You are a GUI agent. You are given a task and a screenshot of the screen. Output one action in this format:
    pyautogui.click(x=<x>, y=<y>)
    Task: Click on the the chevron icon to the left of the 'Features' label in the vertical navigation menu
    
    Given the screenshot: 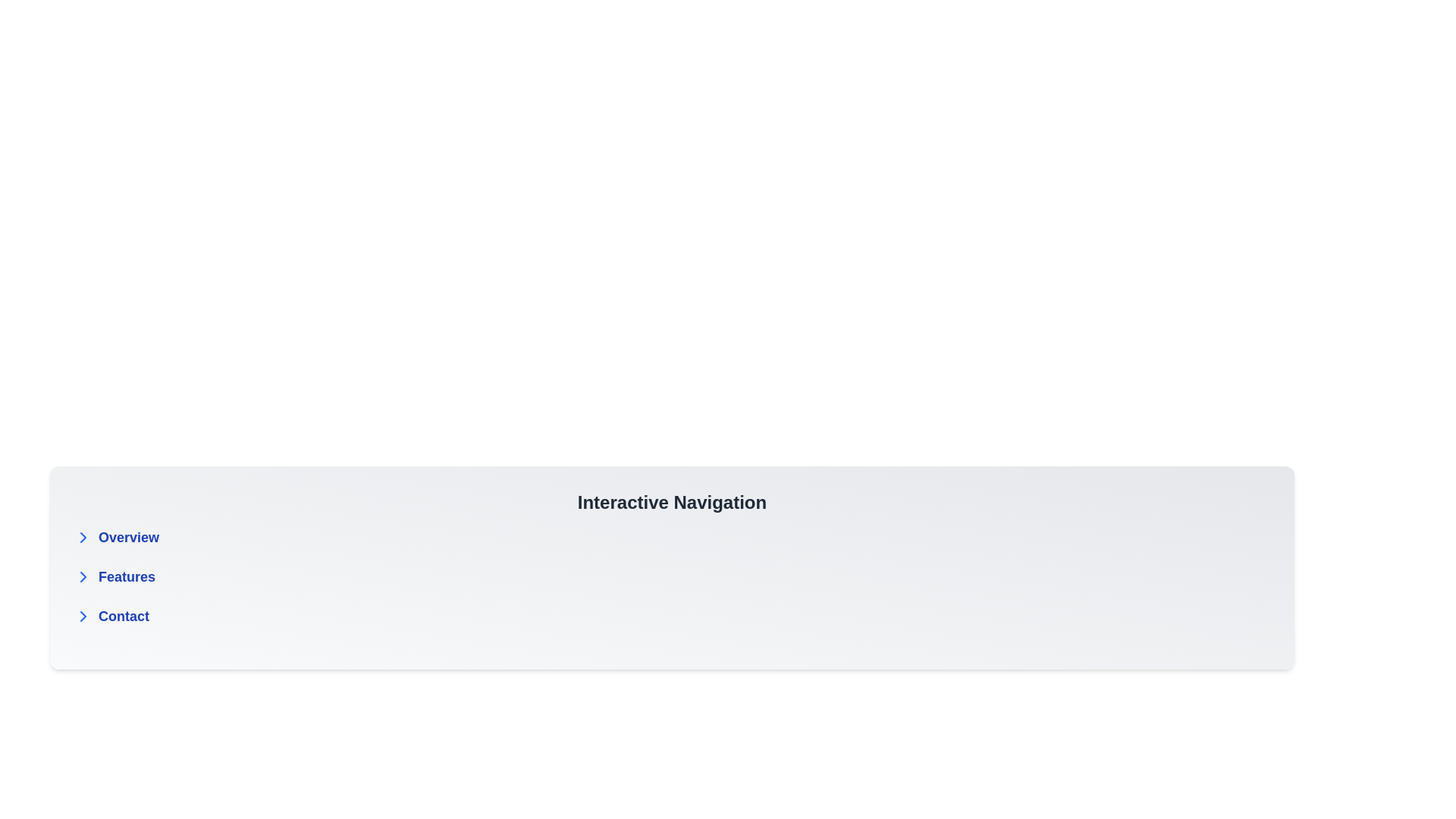 What is the action you would take?
    pyautogui.click(x=83, y=576)
    